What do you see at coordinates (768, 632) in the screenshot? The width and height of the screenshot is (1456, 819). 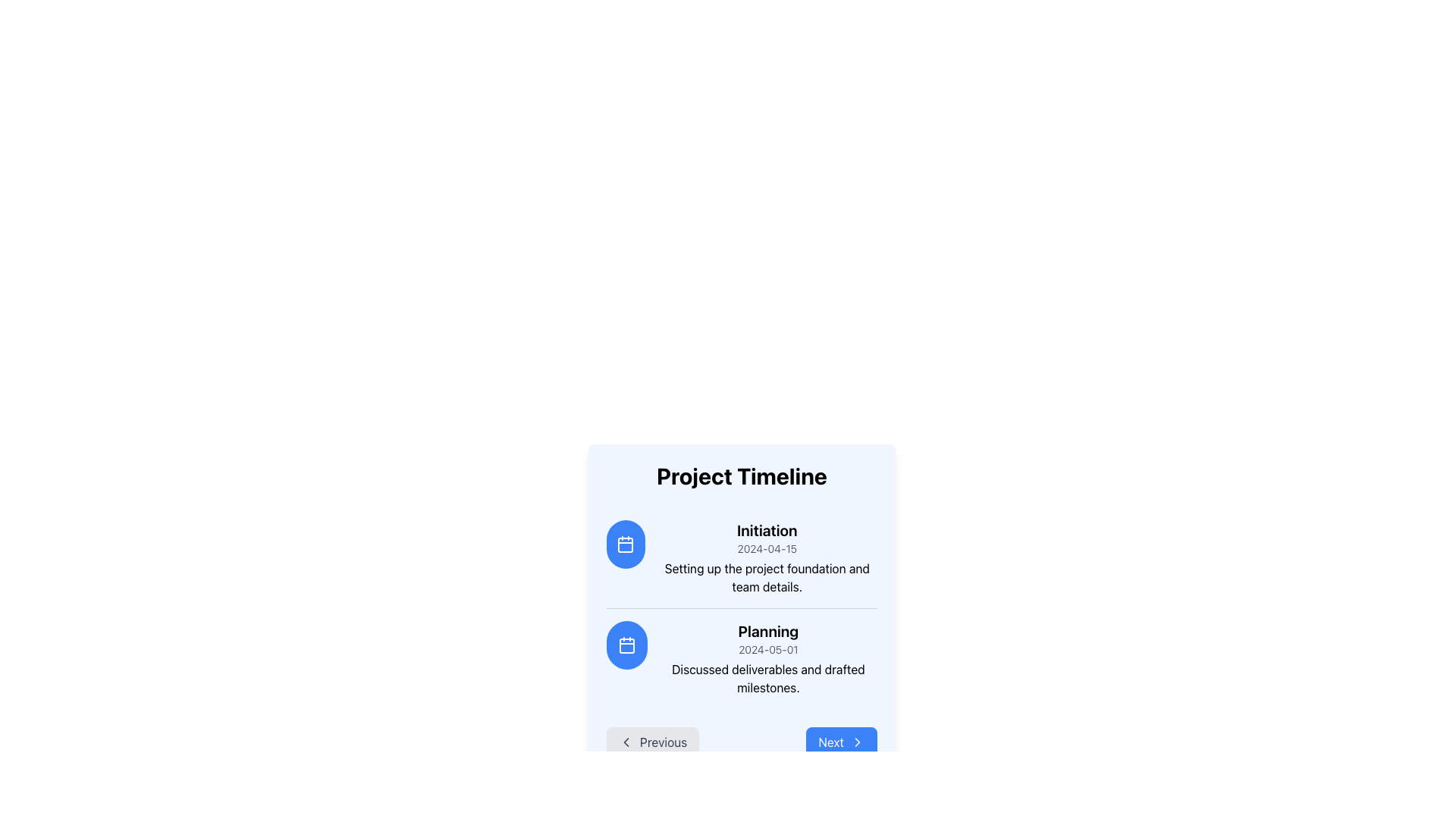 I see `the Text Label that displays 'Planning', which is prominently styled and positioned above the date and description within the project timeline` at bounding box center [768, 632].